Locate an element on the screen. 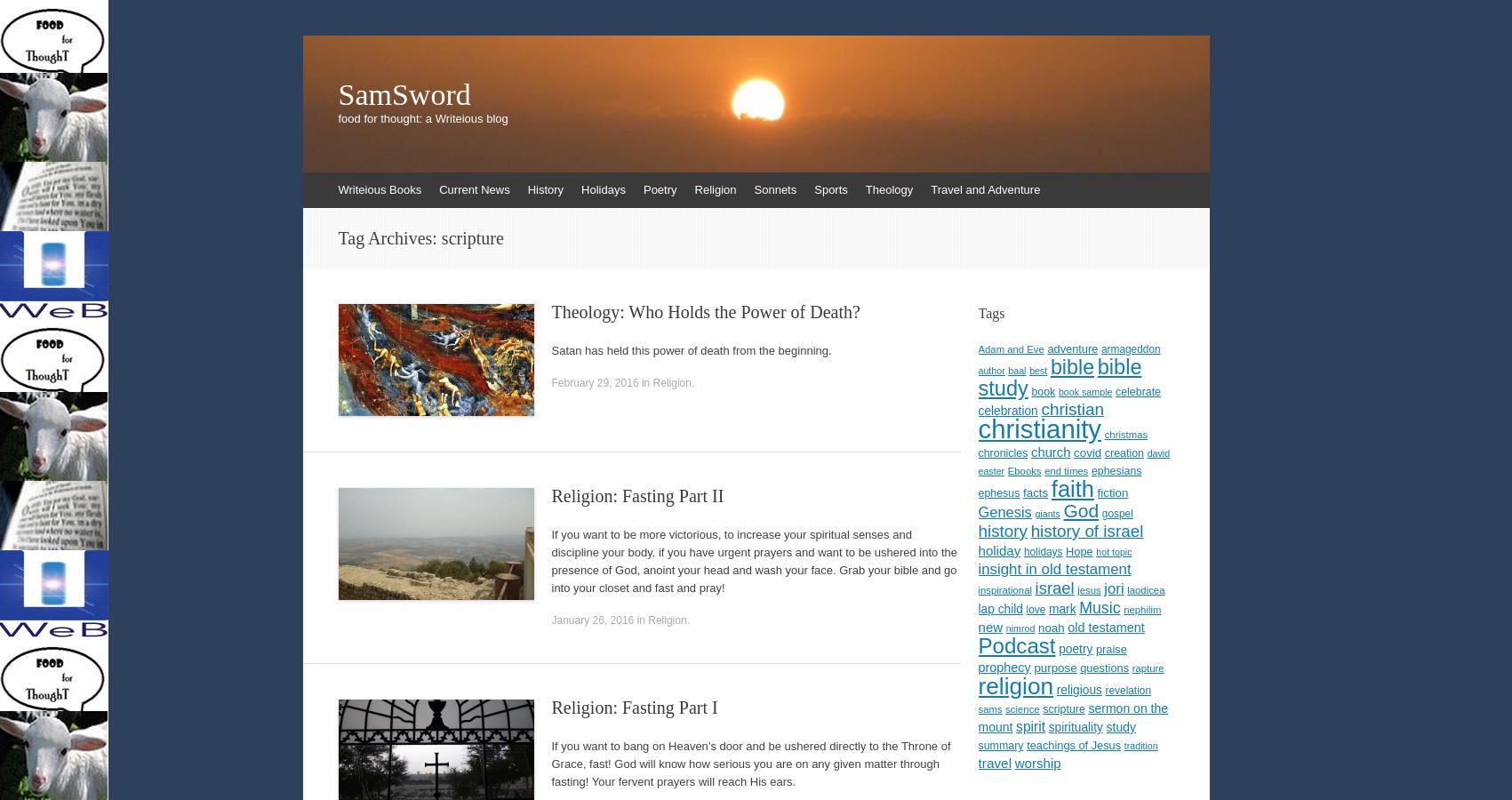  'armageddon' is located at coordinates (1130, 349).